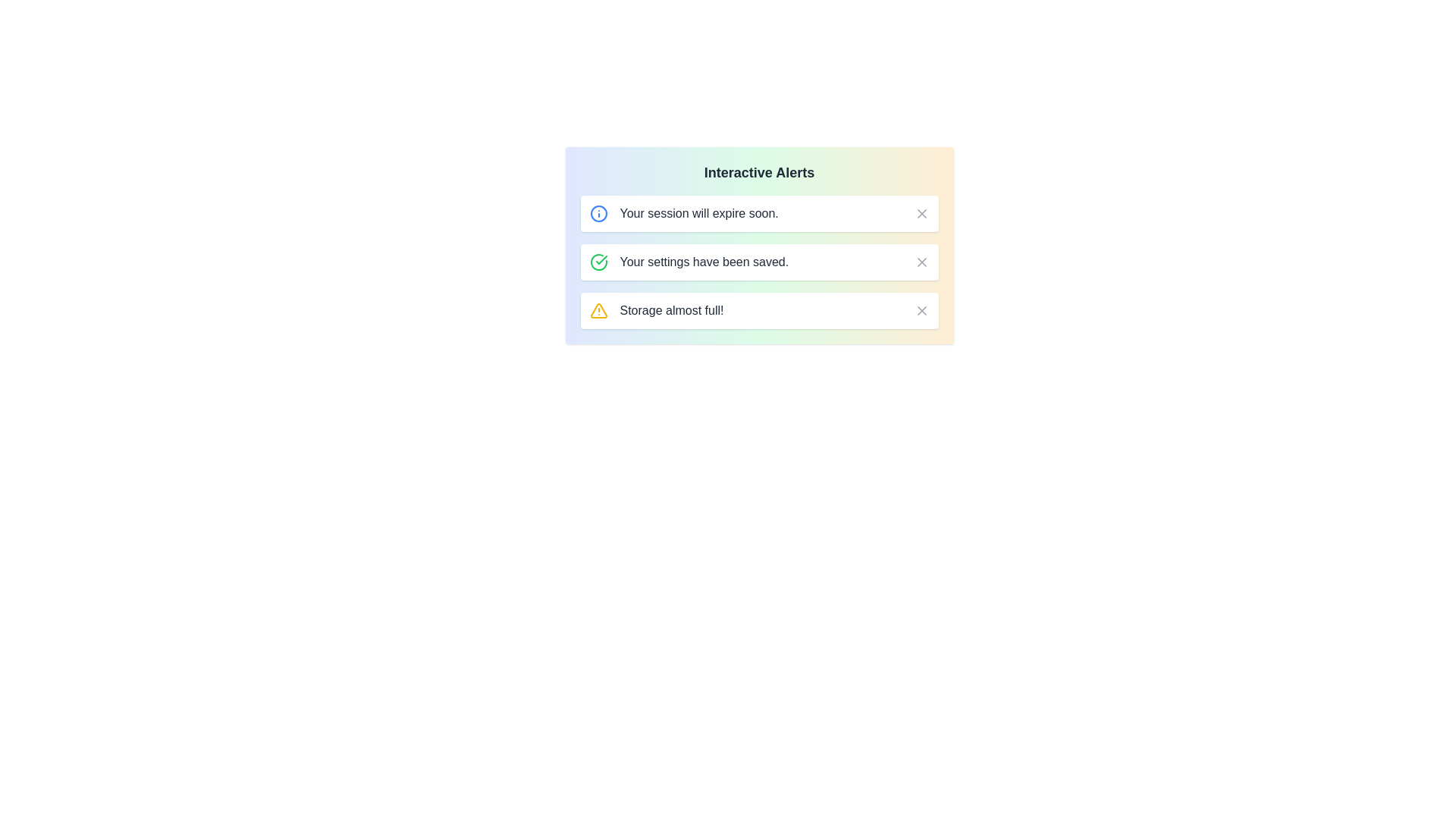 The image size is (1456, 819). What do you see at coordinates (921, 262) in the screenshot?
I see `the dismiss button located in the top right corner of the notification block` at bounding box center [921, 262].